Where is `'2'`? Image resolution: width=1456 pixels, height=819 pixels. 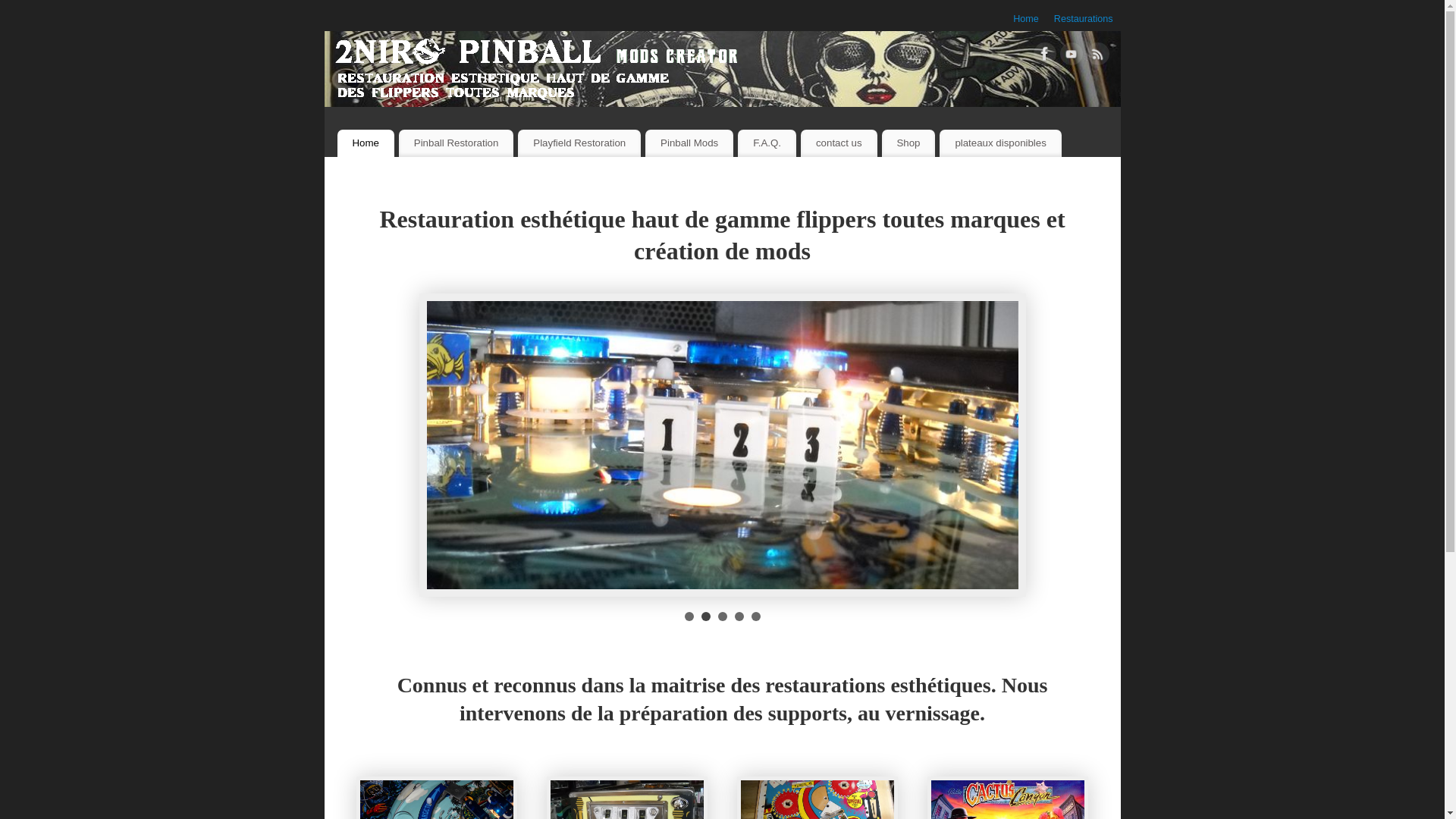 '2' is located at coordinates (704, 617).